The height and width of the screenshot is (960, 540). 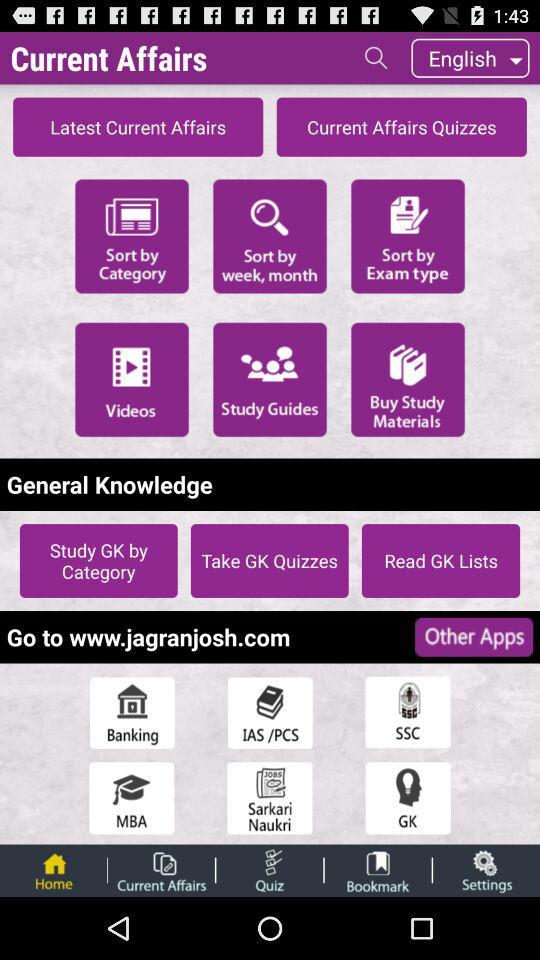 I want to click on open the settings, so click(x=485, y=869).